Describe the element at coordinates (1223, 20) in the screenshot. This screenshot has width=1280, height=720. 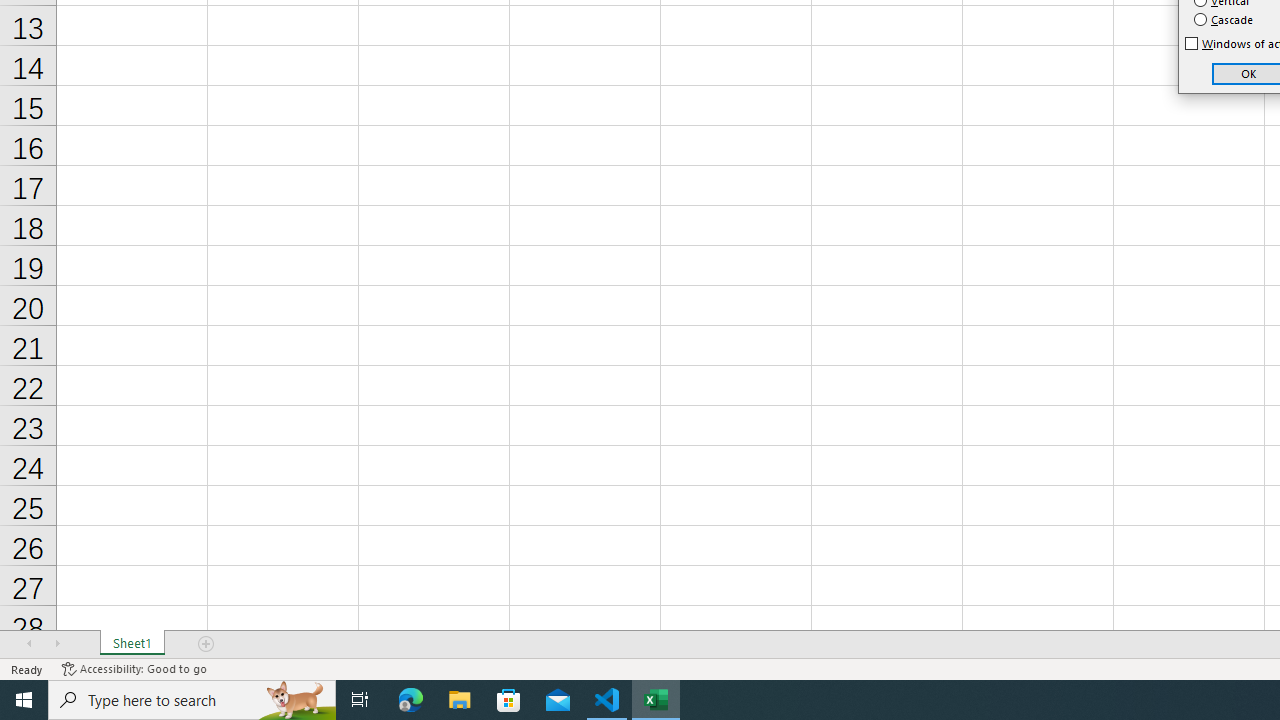
I see `'Cascade'` at that location.